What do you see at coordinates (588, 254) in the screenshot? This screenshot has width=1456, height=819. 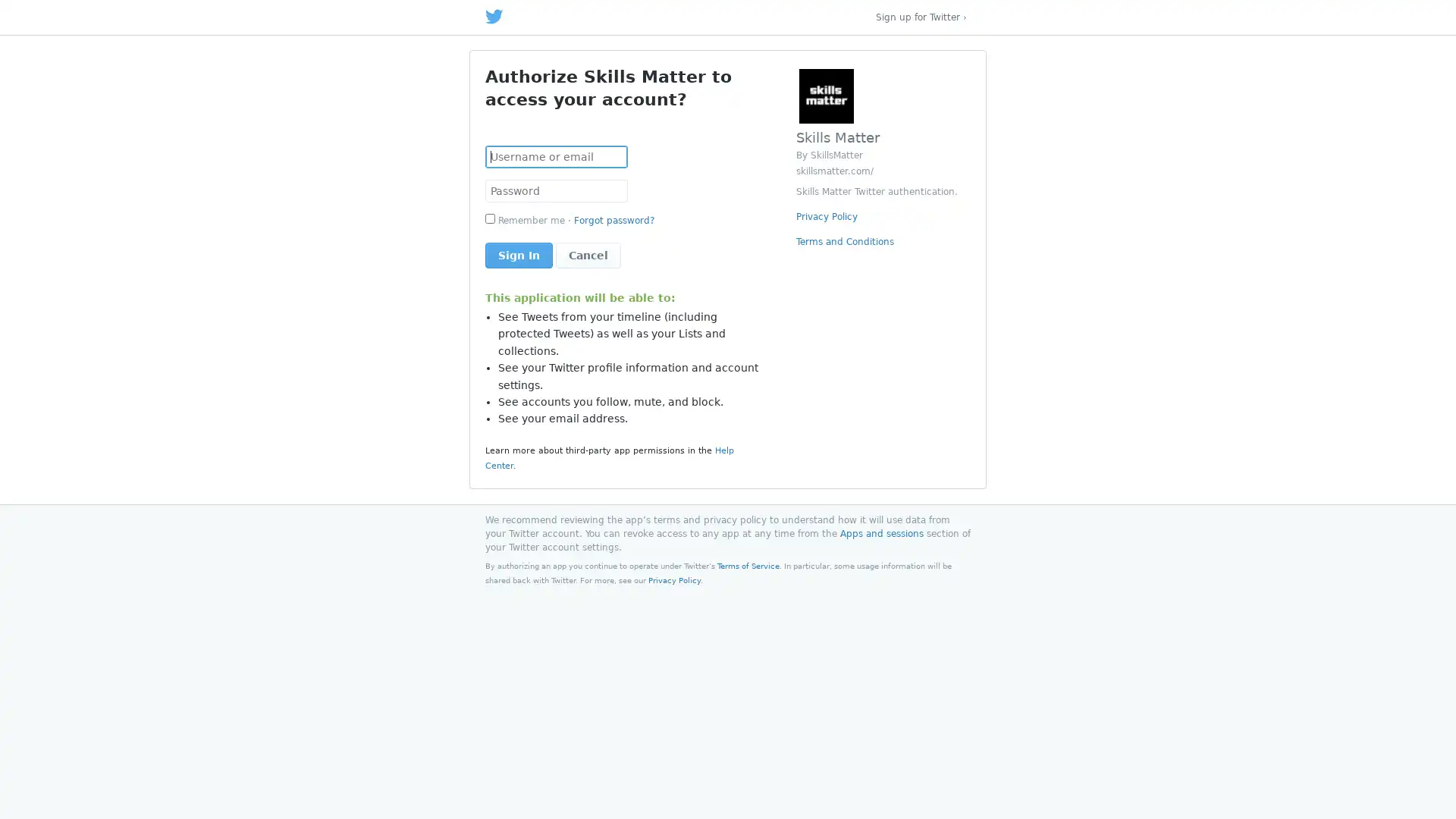 I see `Cancel` at bounding box center [588, 254].